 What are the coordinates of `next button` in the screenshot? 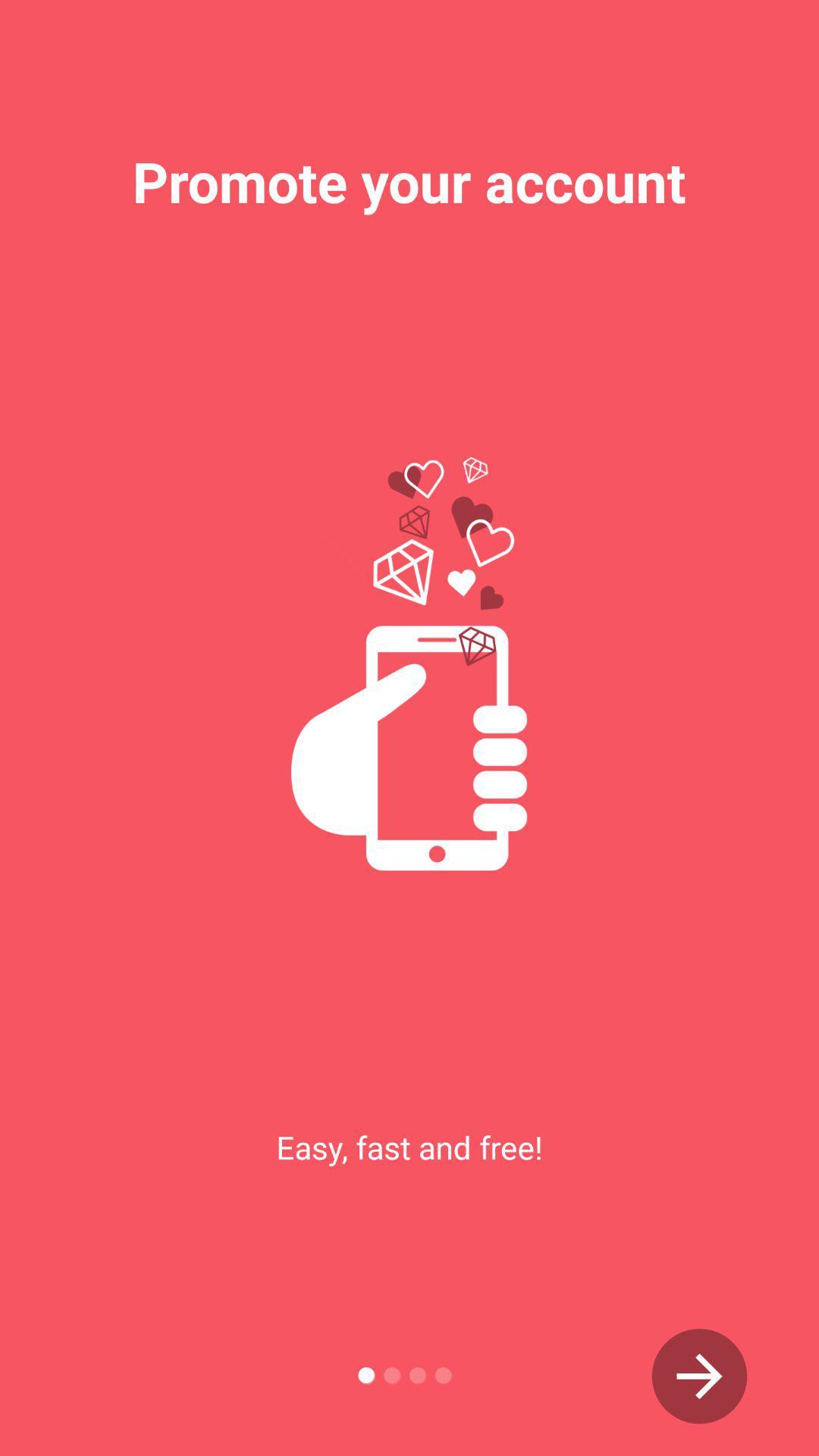 It's located at (699, 1376).